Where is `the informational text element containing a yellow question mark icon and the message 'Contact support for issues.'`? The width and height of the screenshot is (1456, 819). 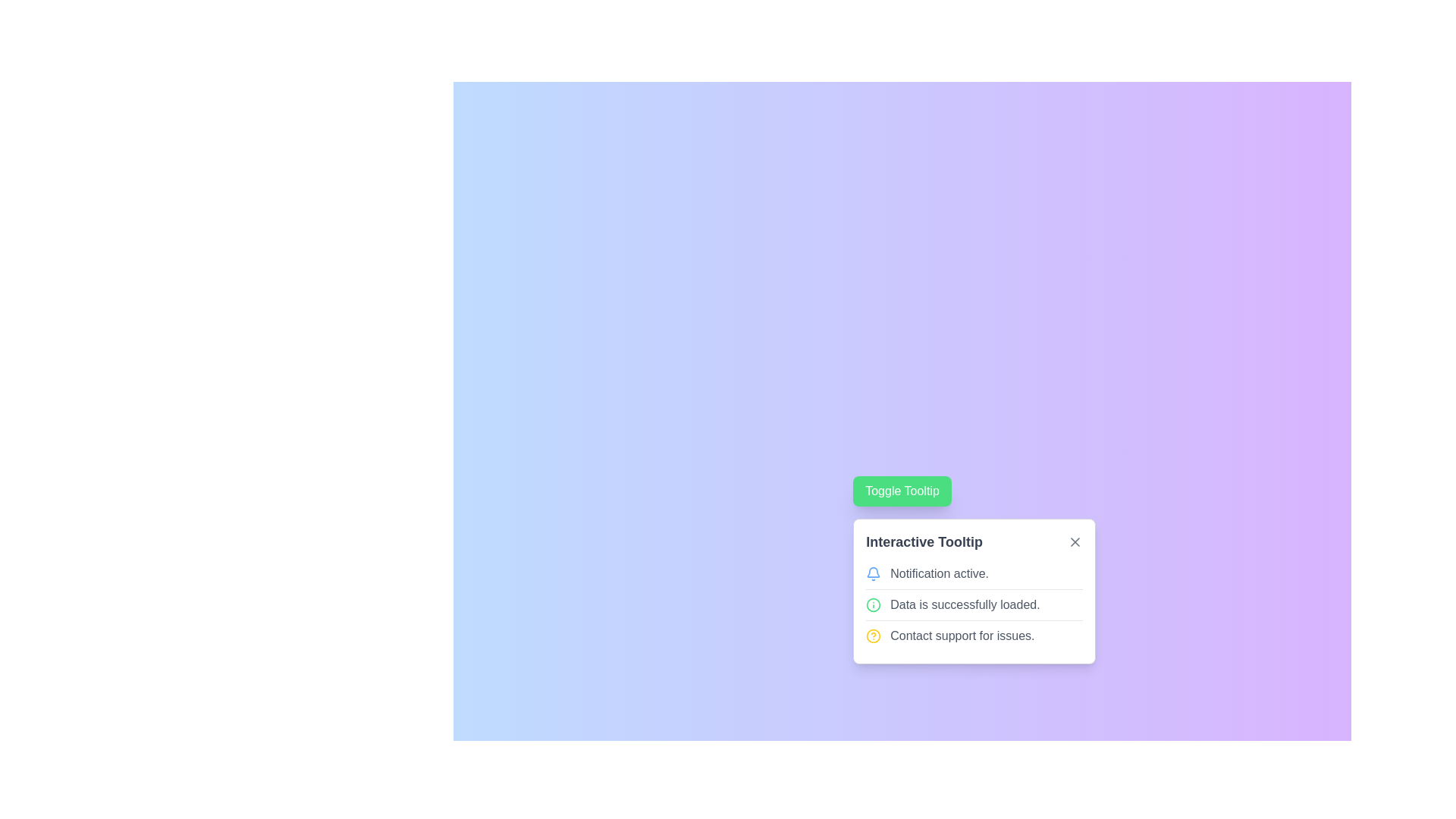 the informational text element containing a yellow question mark icon and the message 'Contact support for issues.' is located at coordinates (974, 635).